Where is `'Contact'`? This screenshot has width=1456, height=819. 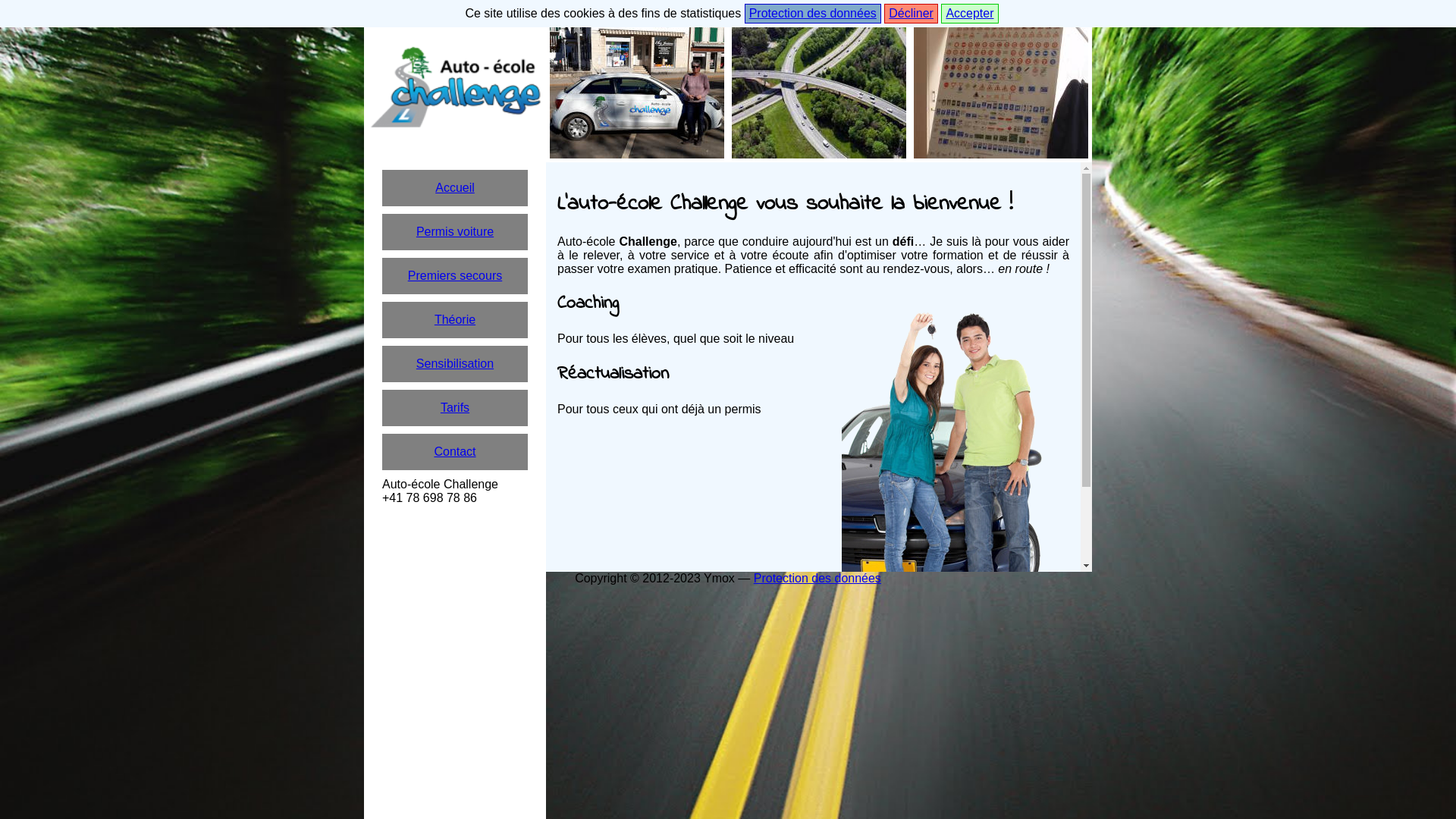
'Contact' is located at coordinates (454, 451).